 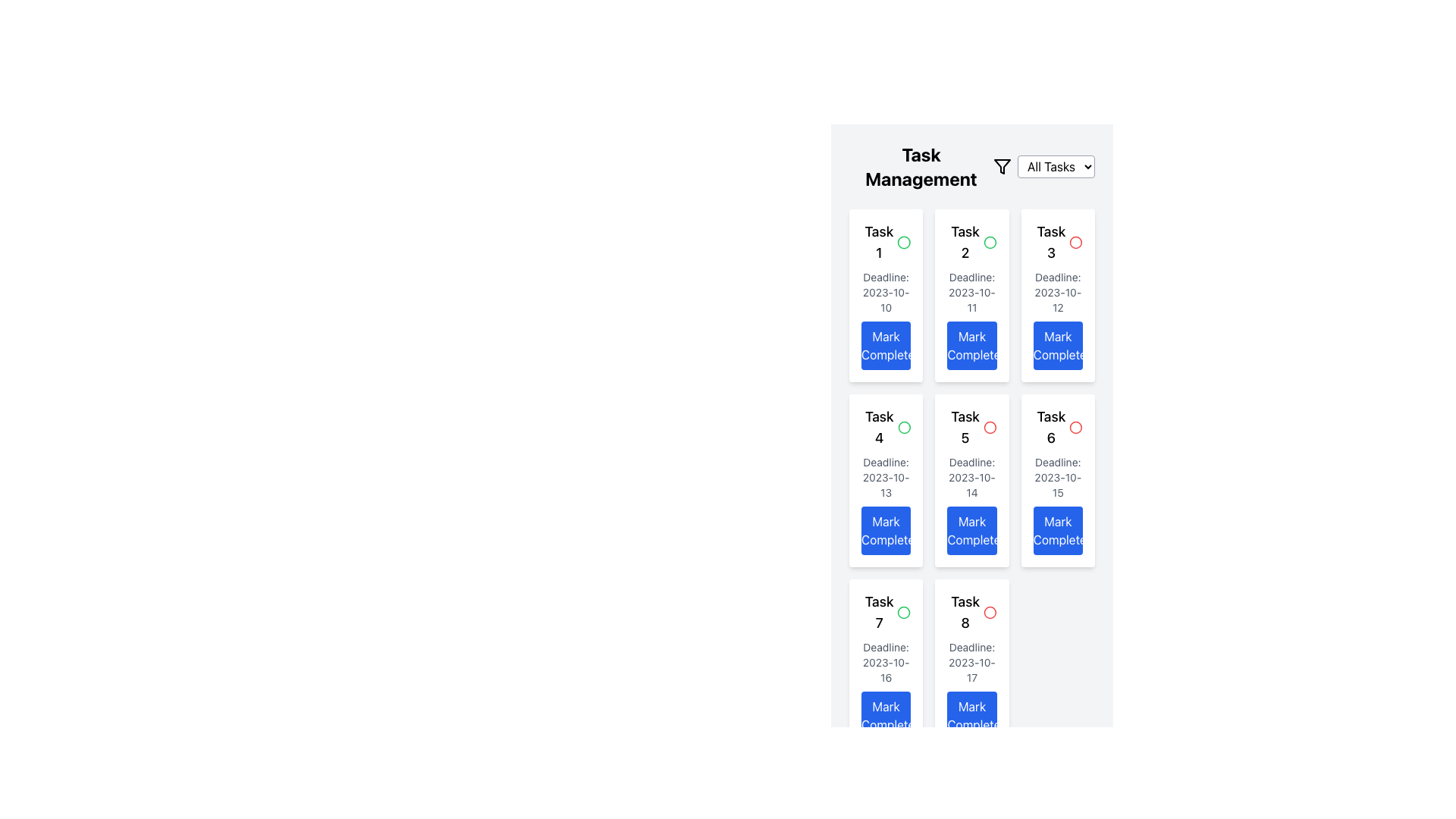 I want to click on the button to mark 'Task 2' as completed located in the bottom section of the 'Task 2' card, which is the third card in the first row of the grid under 'Task Management', so click(x=971, y=345).